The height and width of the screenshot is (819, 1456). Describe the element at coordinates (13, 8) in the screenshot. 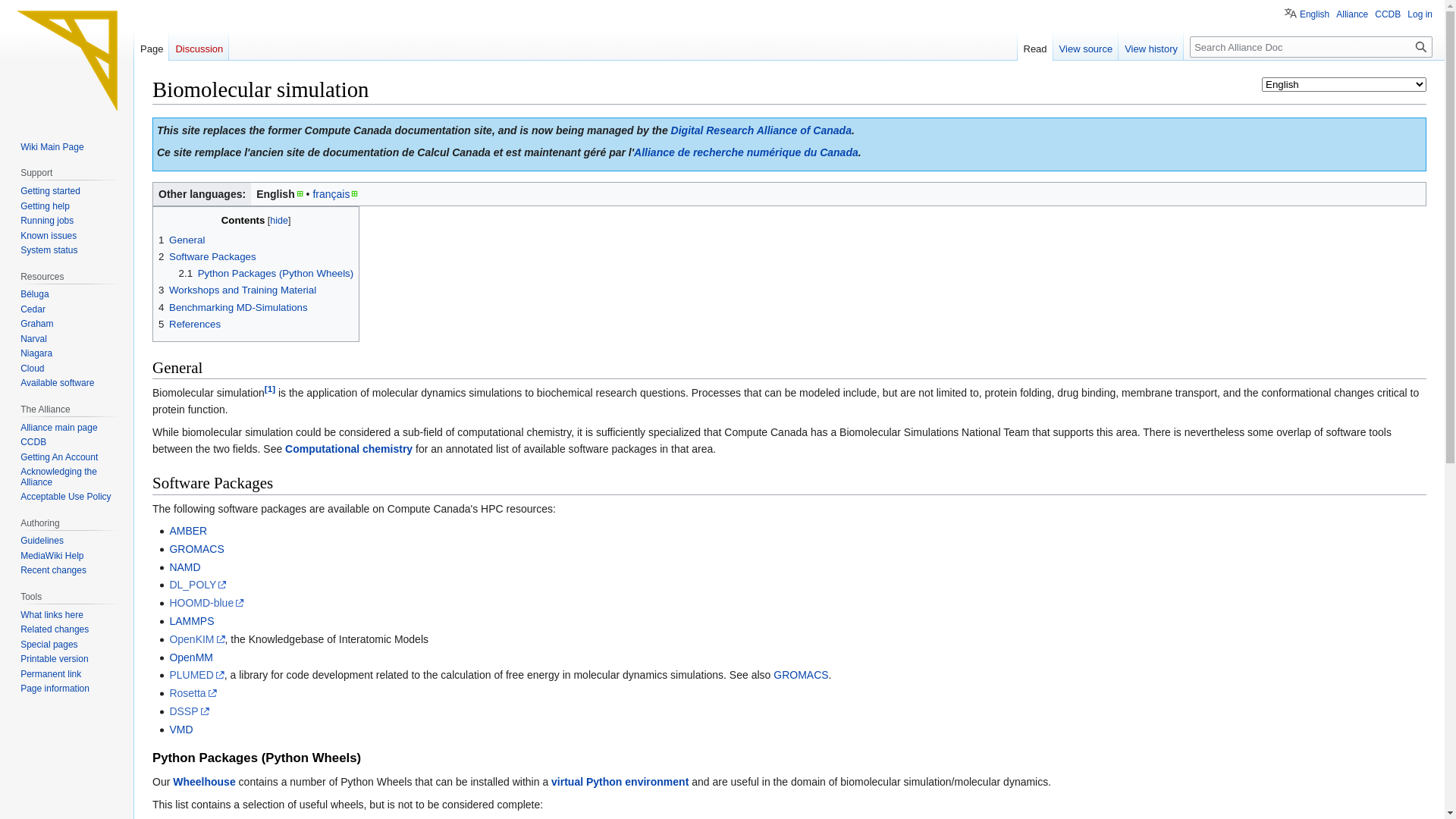

I see `'set'` at that location.